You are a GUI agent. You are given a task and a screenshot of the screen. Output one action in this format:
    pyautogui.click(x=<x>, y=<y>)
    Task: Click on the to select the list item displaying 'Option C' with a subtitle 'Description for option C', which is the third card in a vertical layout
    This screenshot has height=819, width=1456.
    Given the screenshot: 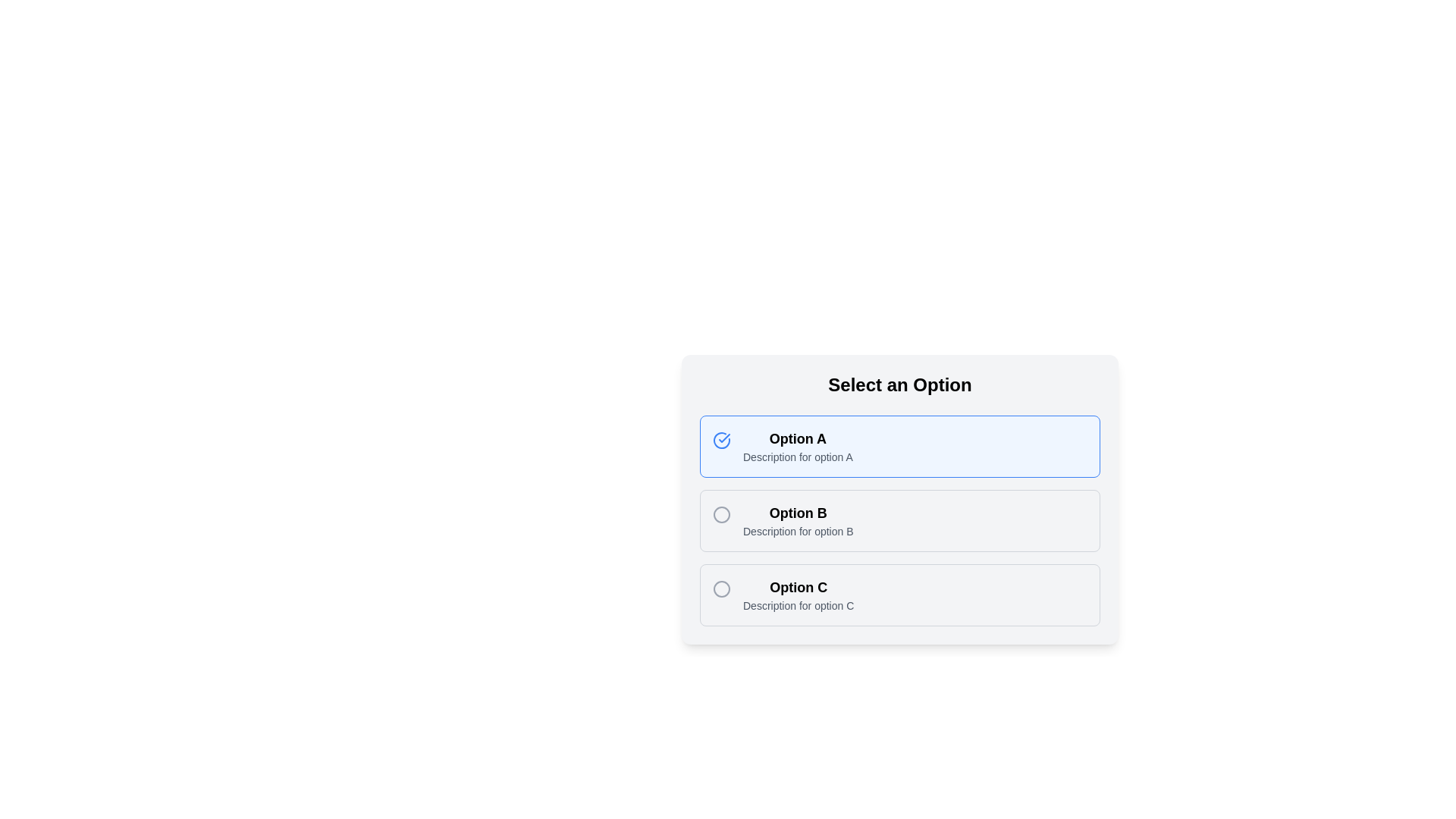 What is the action you would take?
    pyautogui.click(x=798, y=595)
    